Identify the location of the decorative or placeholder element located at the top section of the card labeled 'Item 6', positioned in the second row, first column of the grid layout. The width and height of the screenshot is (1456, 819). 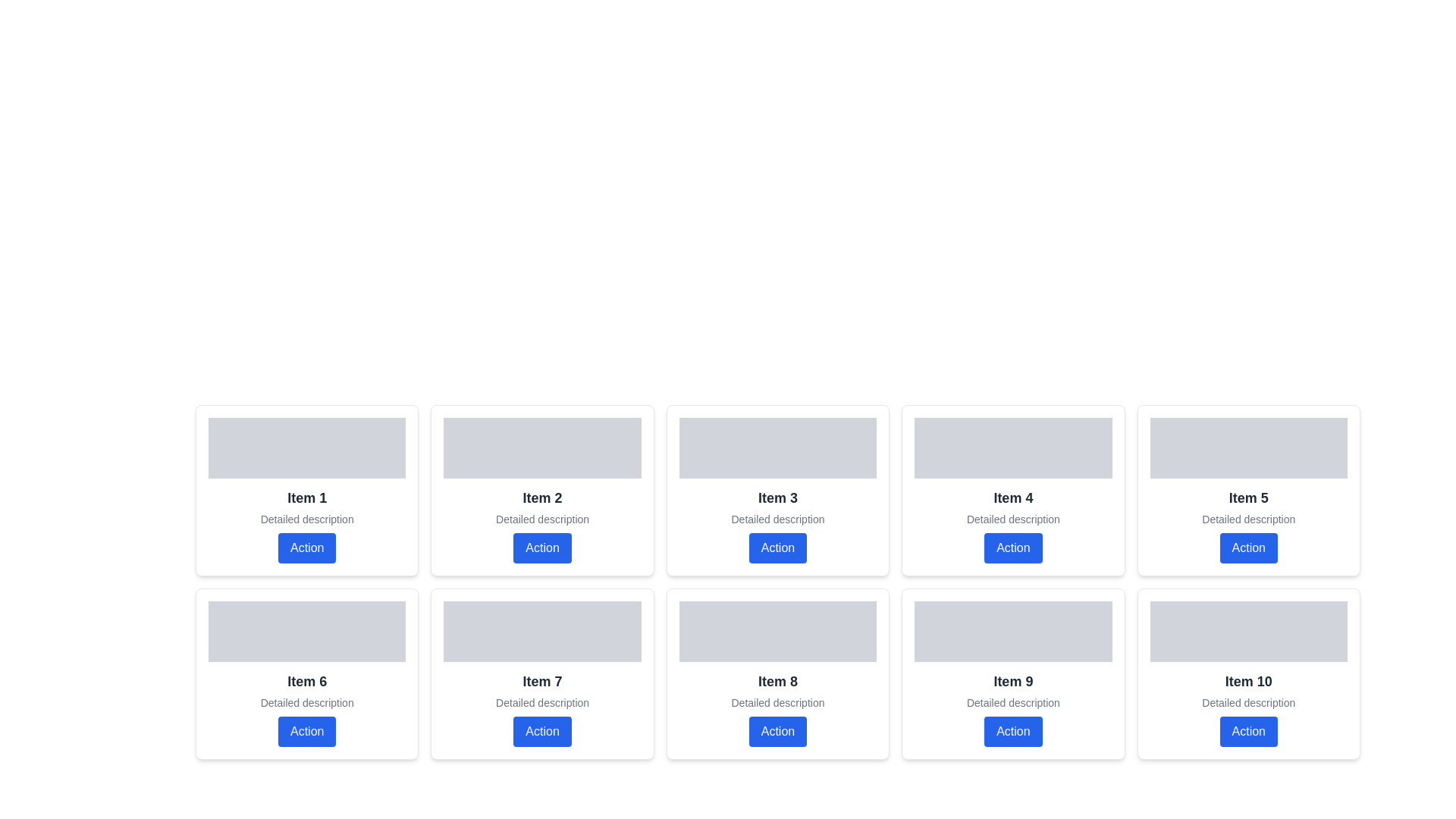
(306, 632).